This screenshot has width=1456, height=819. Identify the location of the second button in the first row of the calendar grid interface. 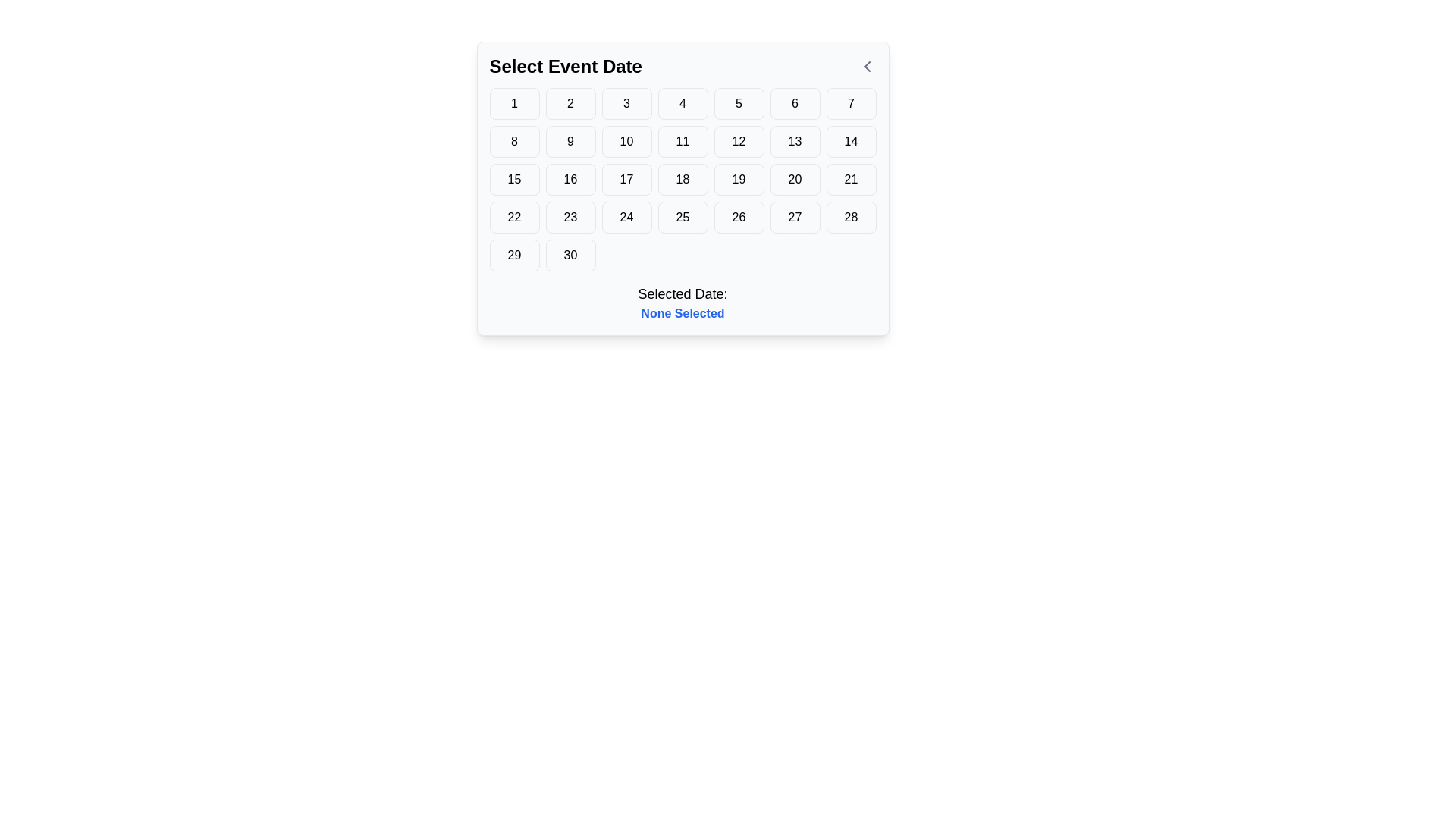
(570, 103).